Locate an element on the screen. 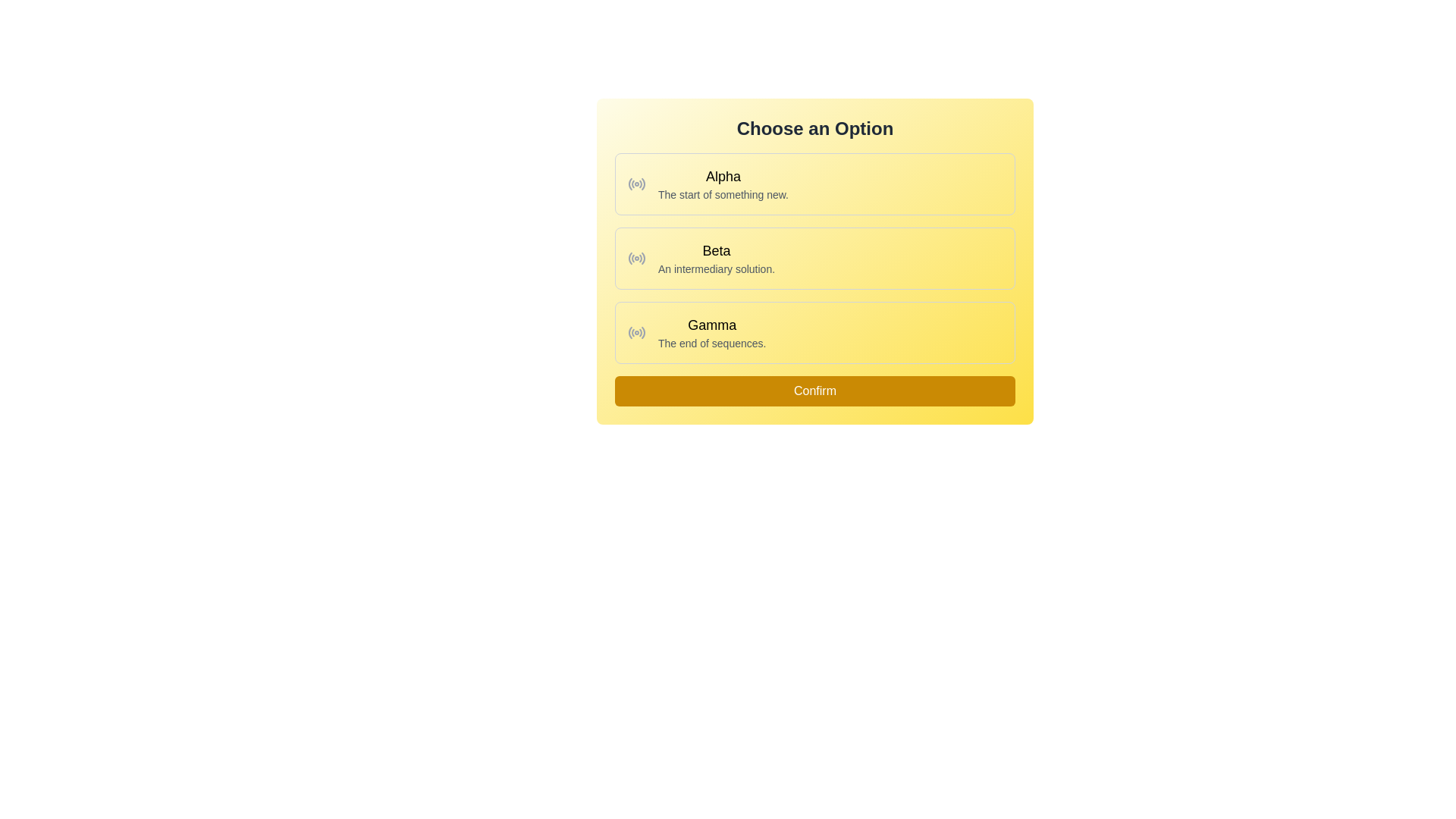 Image resolution: width=1456 pixels, height=819 pixels. text content of the text label displaying 'An intermediary solution.' located below the title 'Beta' in the Beta section is located at coordinates (716, 268).